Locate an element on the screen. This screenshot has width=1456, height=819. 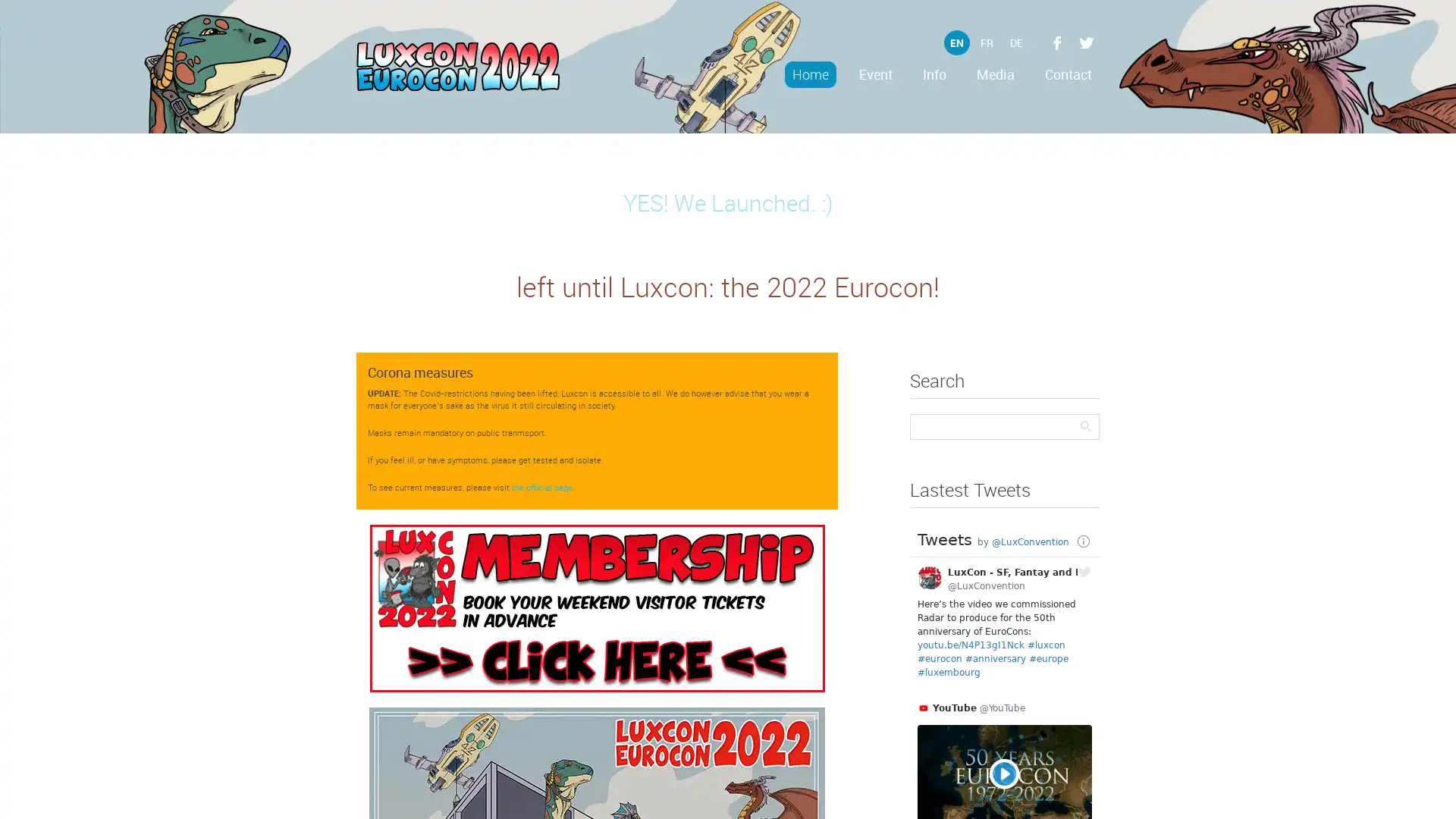
Search is located at coordinates (1086, 426).